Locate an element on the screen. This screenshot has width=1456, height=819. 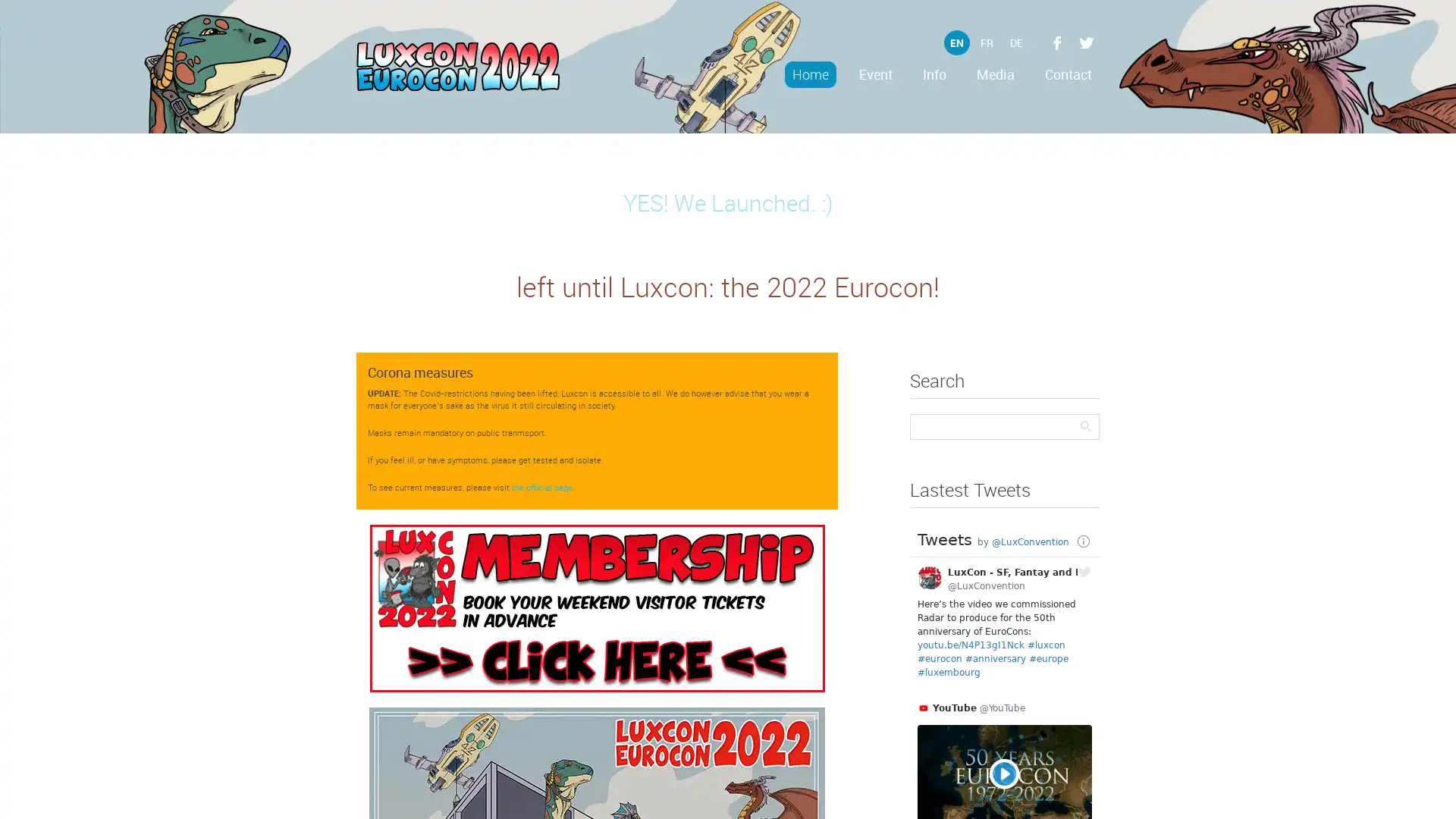
Search is located at coordinates (1086, 426).